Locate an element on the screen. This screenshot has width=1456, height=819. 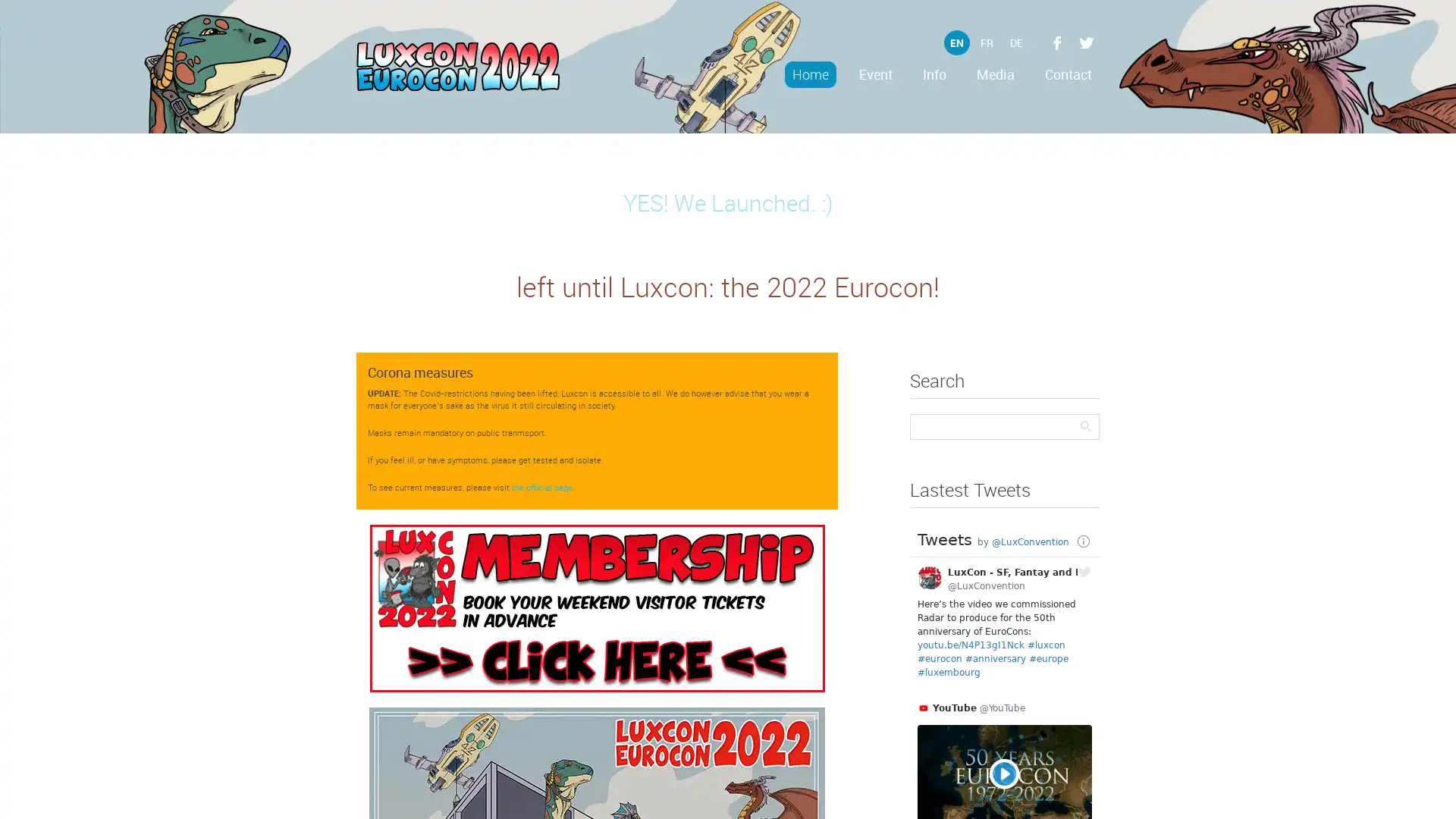
Search is located at coordinates (1086, 426).